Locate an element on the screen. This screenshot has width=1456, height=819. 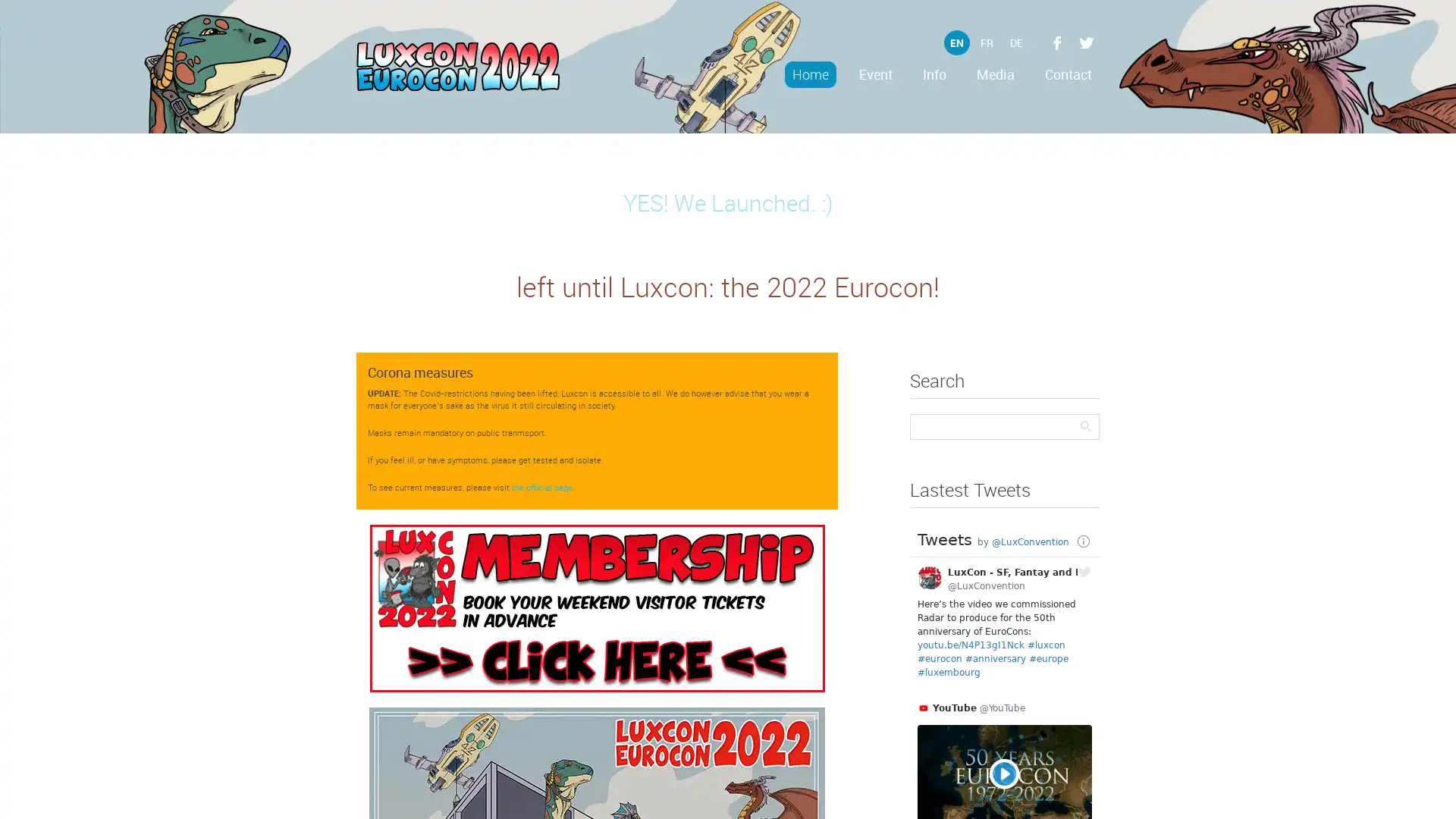
Search is located at coordinates (1086, 426).